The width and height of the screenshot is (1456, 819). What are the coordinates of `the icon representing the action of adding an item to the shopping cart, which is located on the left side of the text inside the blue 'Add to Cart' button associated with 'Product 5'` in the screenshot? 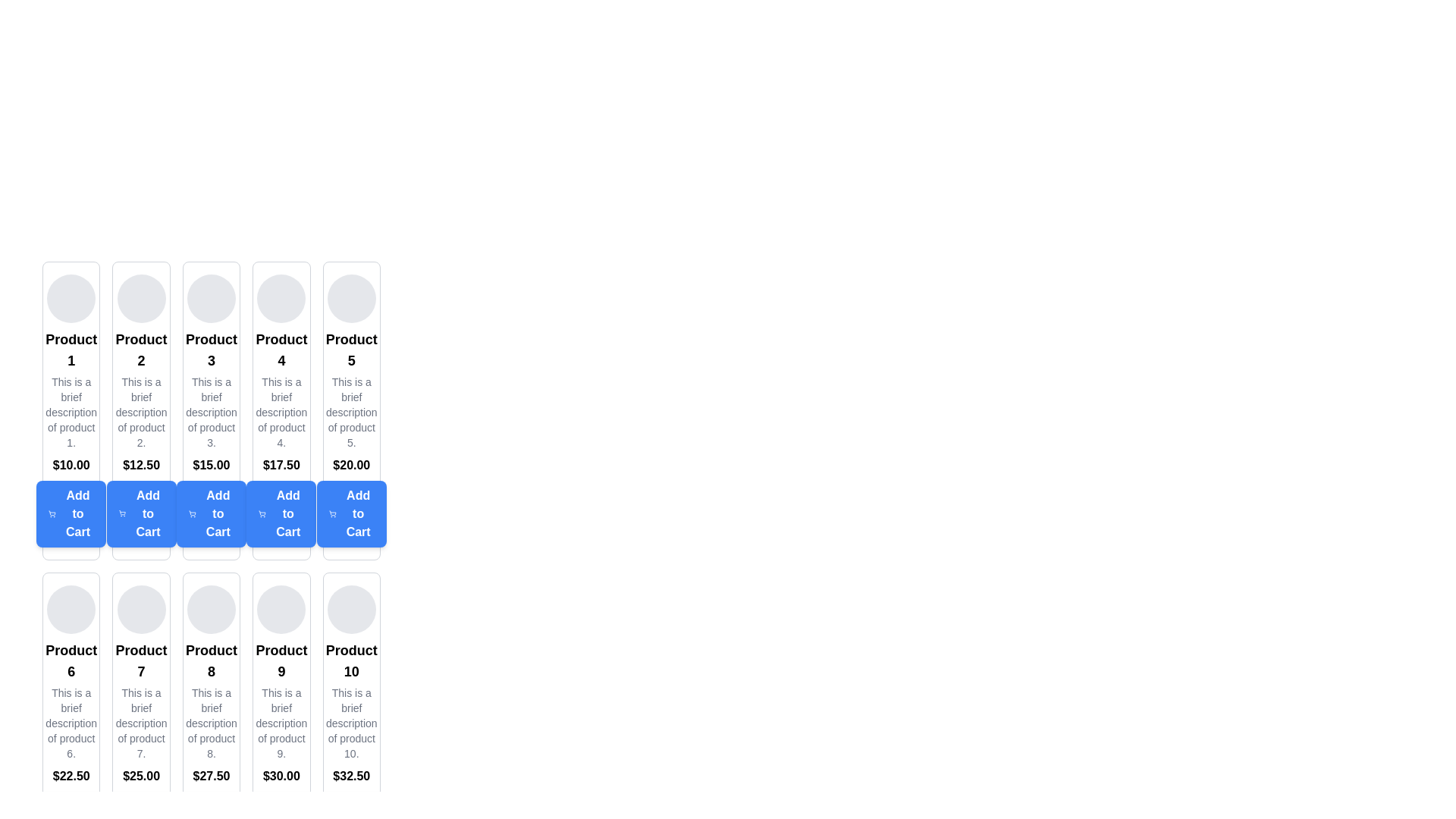 It's located at (331, 513).